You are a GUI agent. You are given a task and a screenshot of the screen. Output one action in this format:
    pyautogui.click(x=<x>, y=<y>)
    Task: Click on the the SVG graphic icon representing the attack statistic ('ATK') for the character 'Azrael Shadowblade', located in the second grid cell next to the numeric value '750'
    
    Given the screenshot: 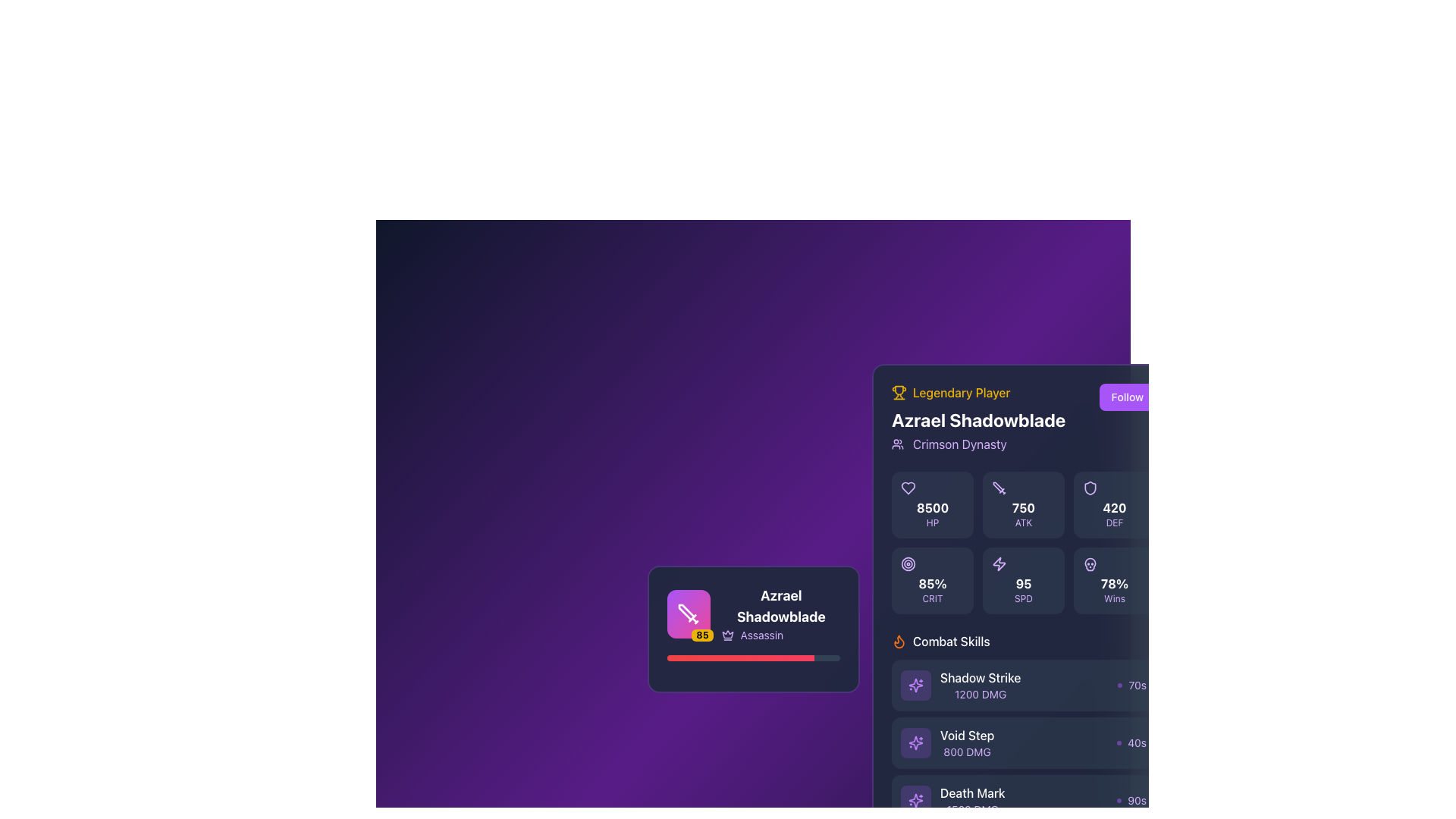 What is the action you would take?
    pyautogui.click(x=997, y=487)
    